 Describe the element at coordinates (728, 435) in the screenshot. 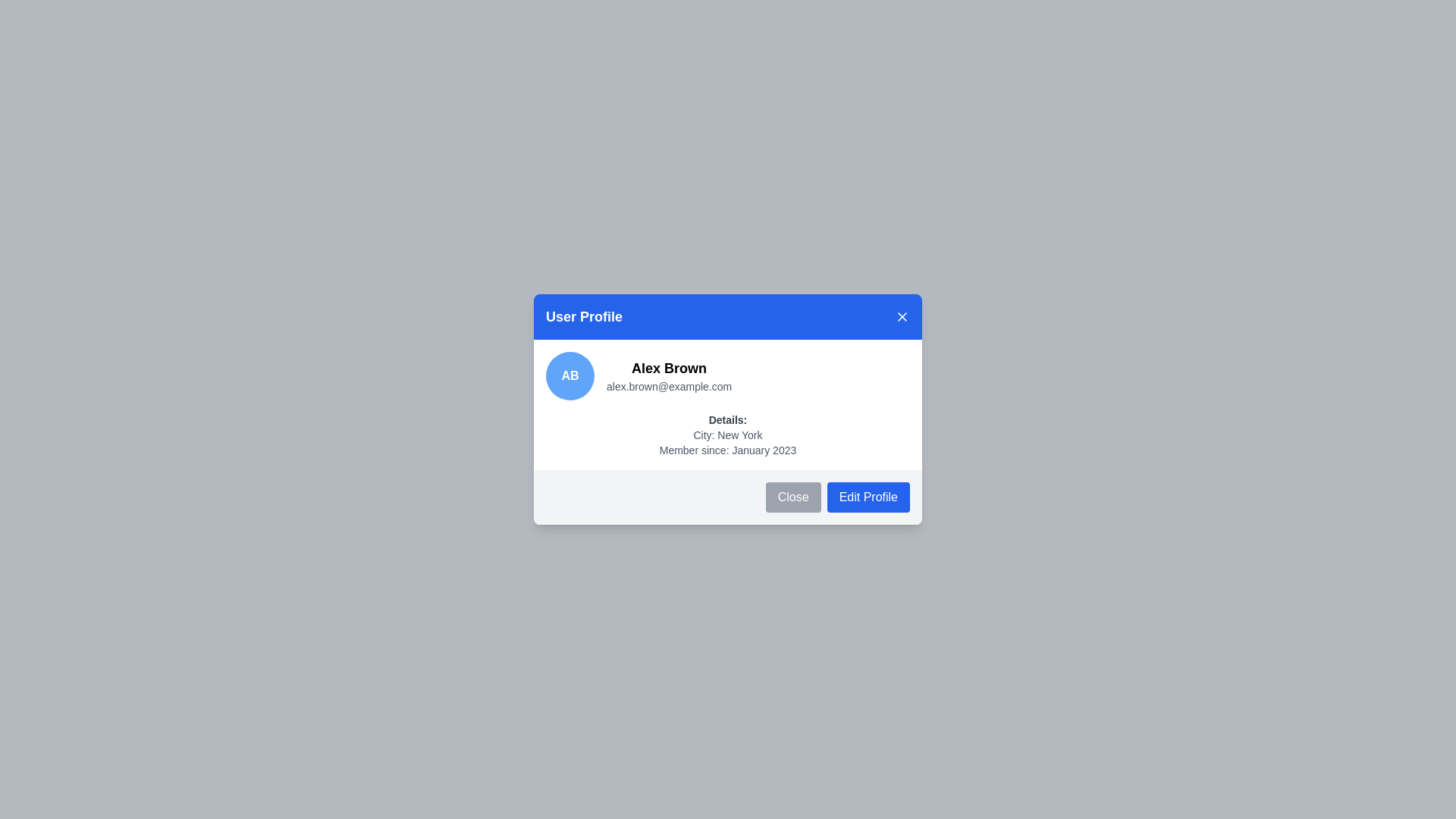

I see `the static text element displaying 'City: New York', which is positioned in the lower half of the user profile card and follows the label 'Details:'` at that location.